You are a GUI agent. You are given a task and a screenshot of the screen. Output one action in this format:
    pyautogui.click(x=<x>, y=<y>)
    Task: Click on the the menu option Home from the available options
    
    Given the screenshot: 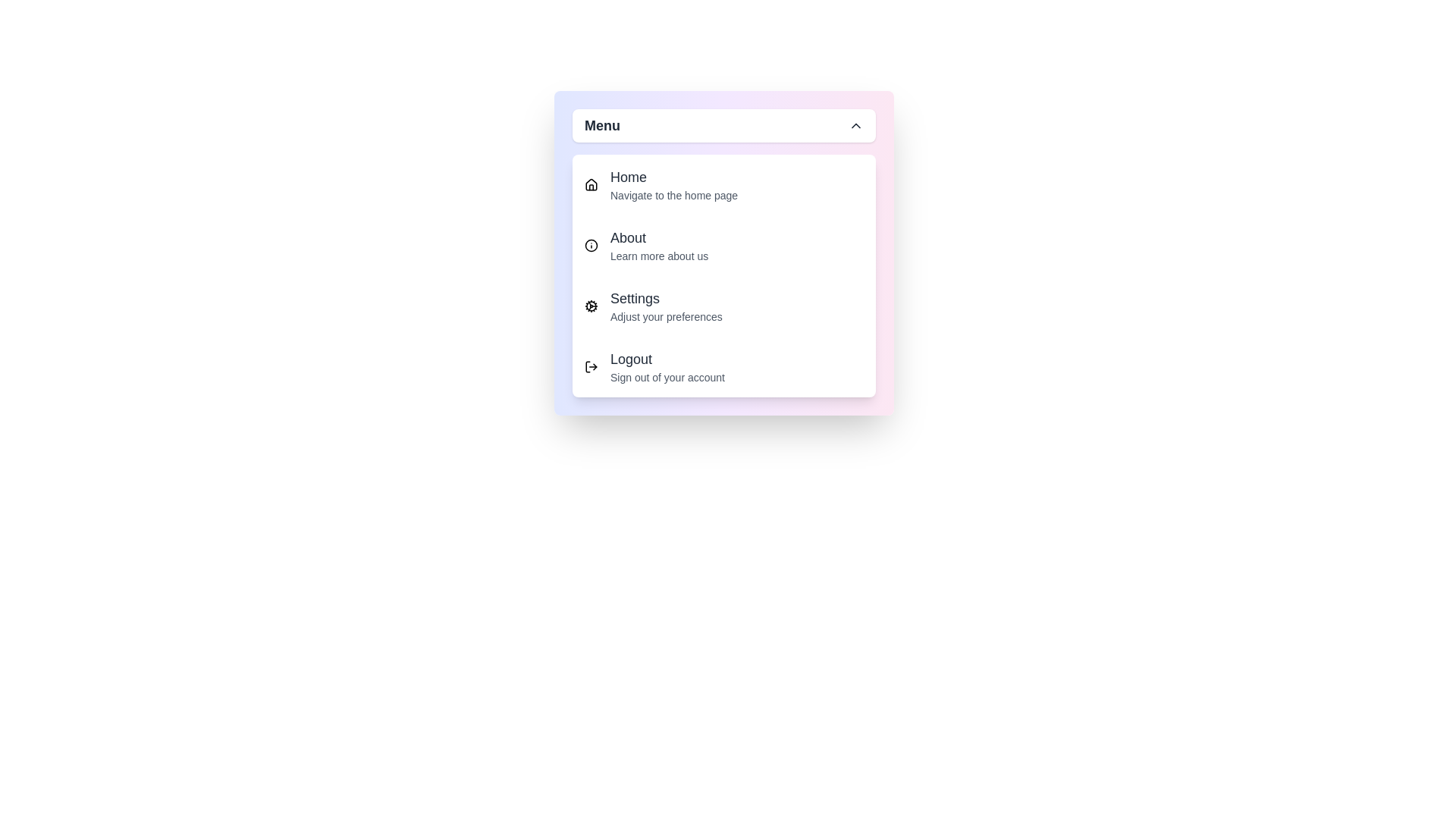 What is the action you would take?
    pyautogui.click(x=723, y=184)
    